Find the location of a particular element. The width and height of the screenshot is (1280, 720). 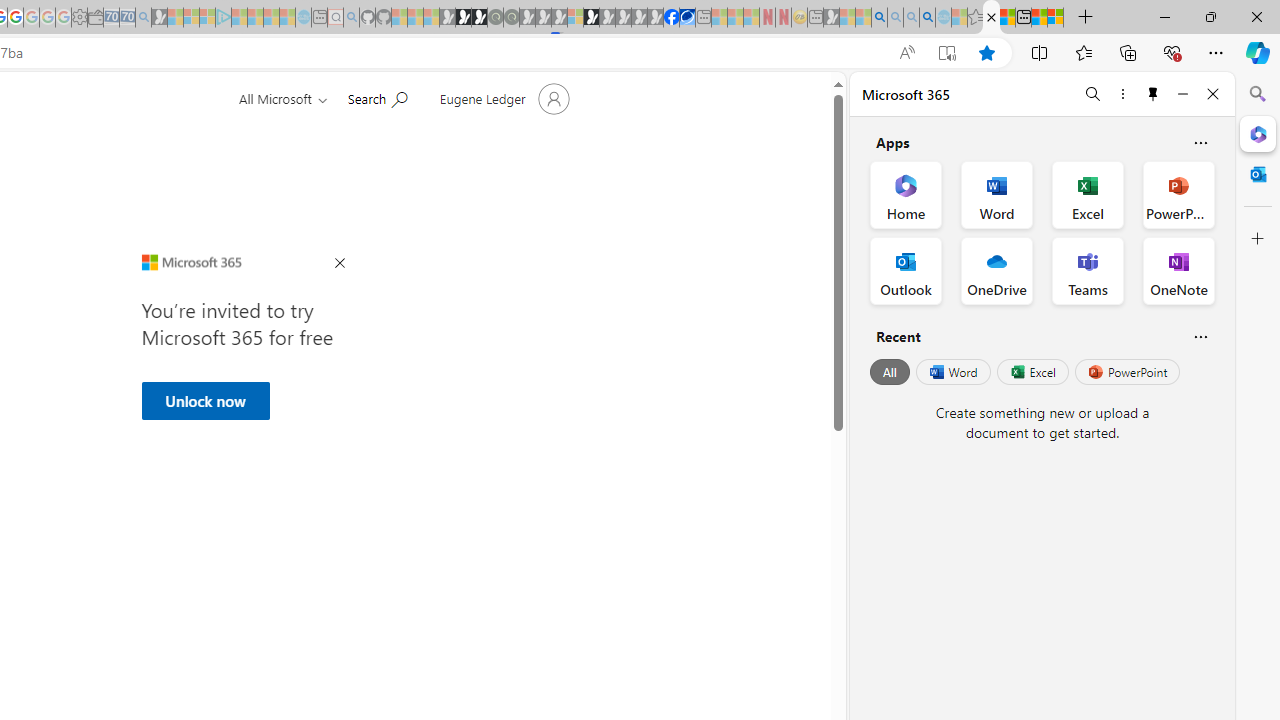

'Excel Office App' is located at coordinates (1087, 195).